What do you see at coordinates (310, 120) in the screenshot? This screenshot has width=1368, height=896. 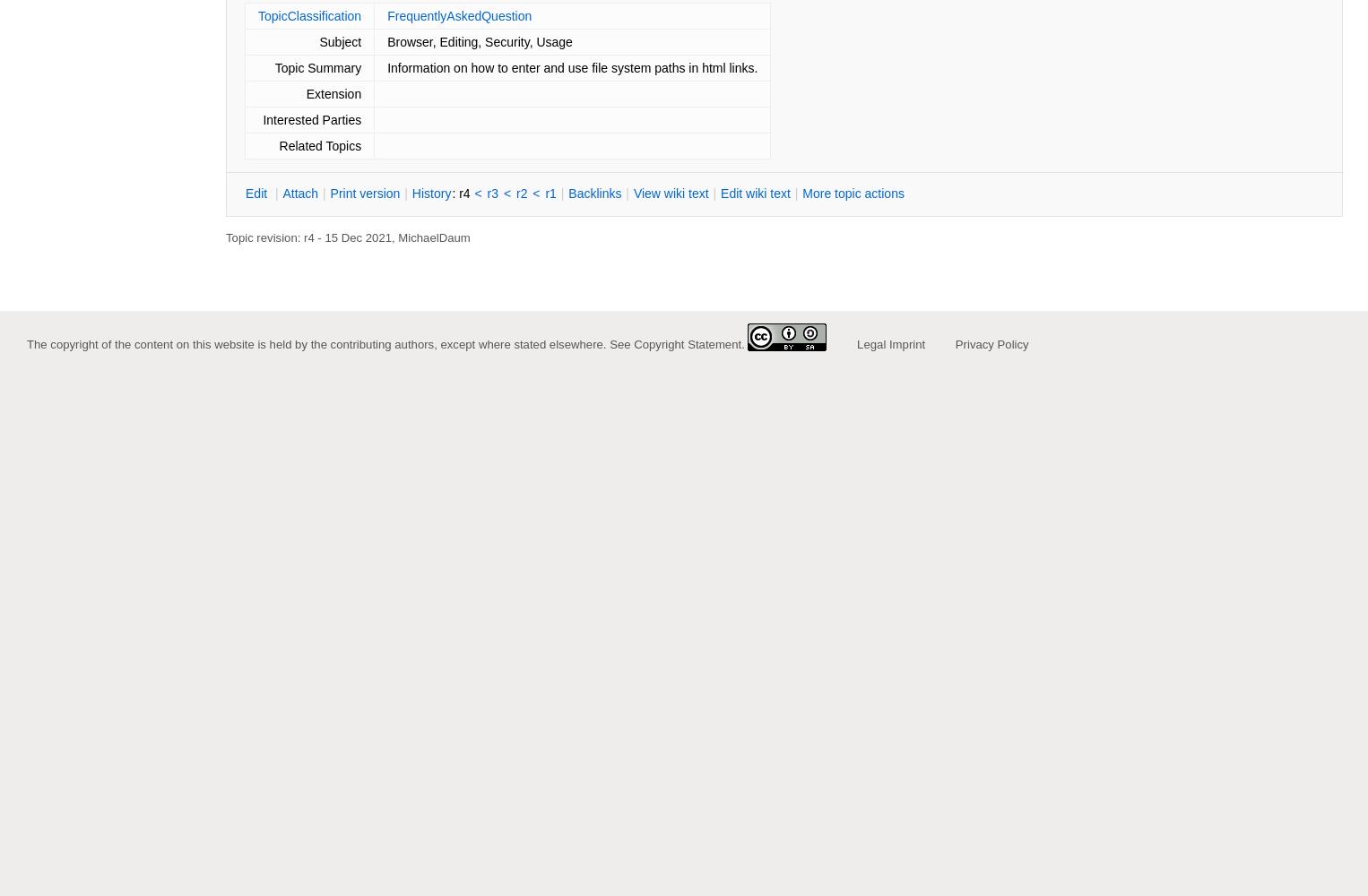 I see `'Interested Parties'` at bounding box center [310, 120].